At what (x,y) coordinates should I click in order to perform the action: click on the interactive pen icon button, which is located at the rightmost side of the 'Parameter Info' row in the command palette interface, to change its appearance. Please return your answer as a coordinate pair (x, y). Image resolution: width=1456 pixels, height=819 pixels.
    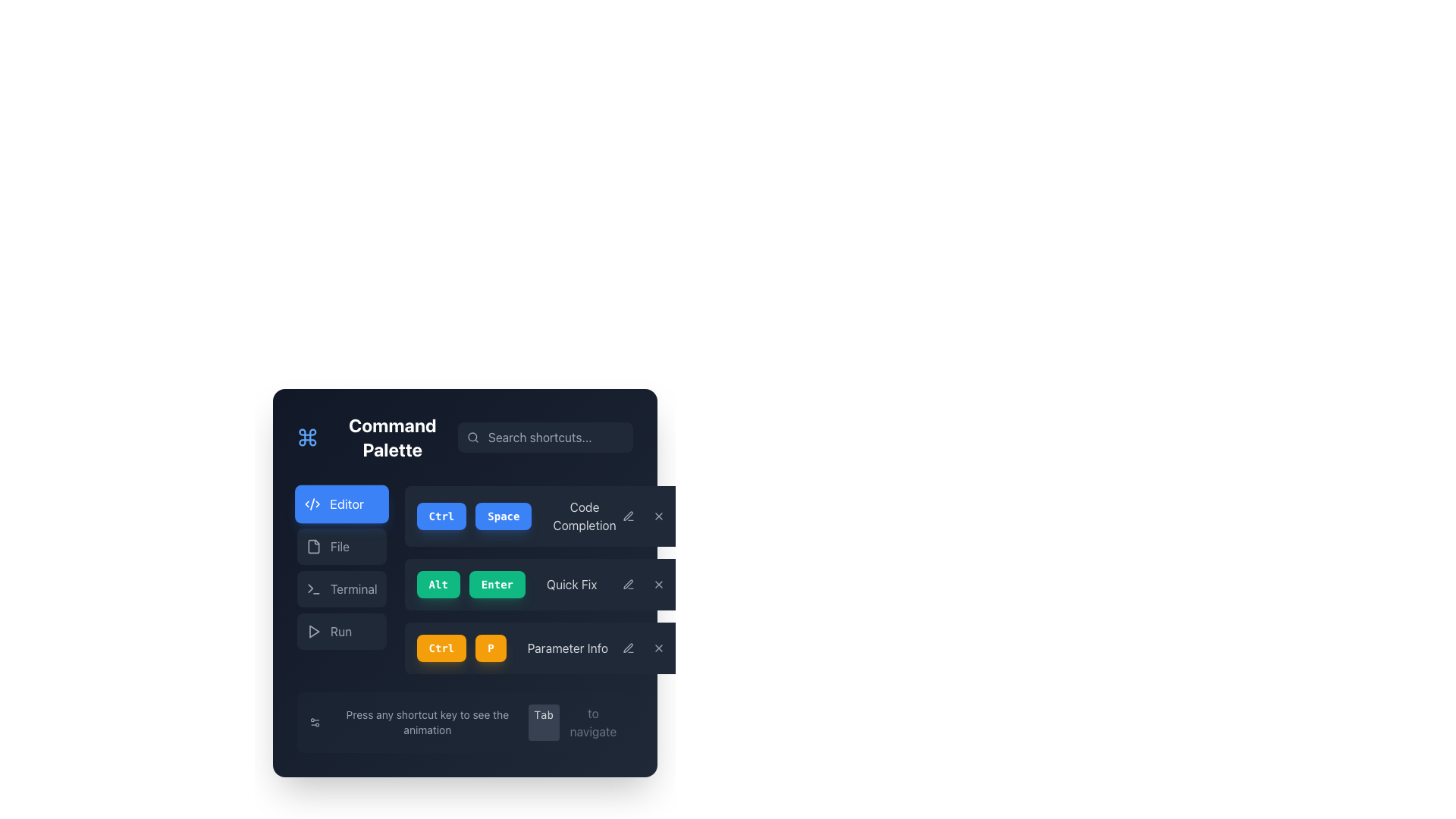
    Looking at the image, I should click on (628, 648).